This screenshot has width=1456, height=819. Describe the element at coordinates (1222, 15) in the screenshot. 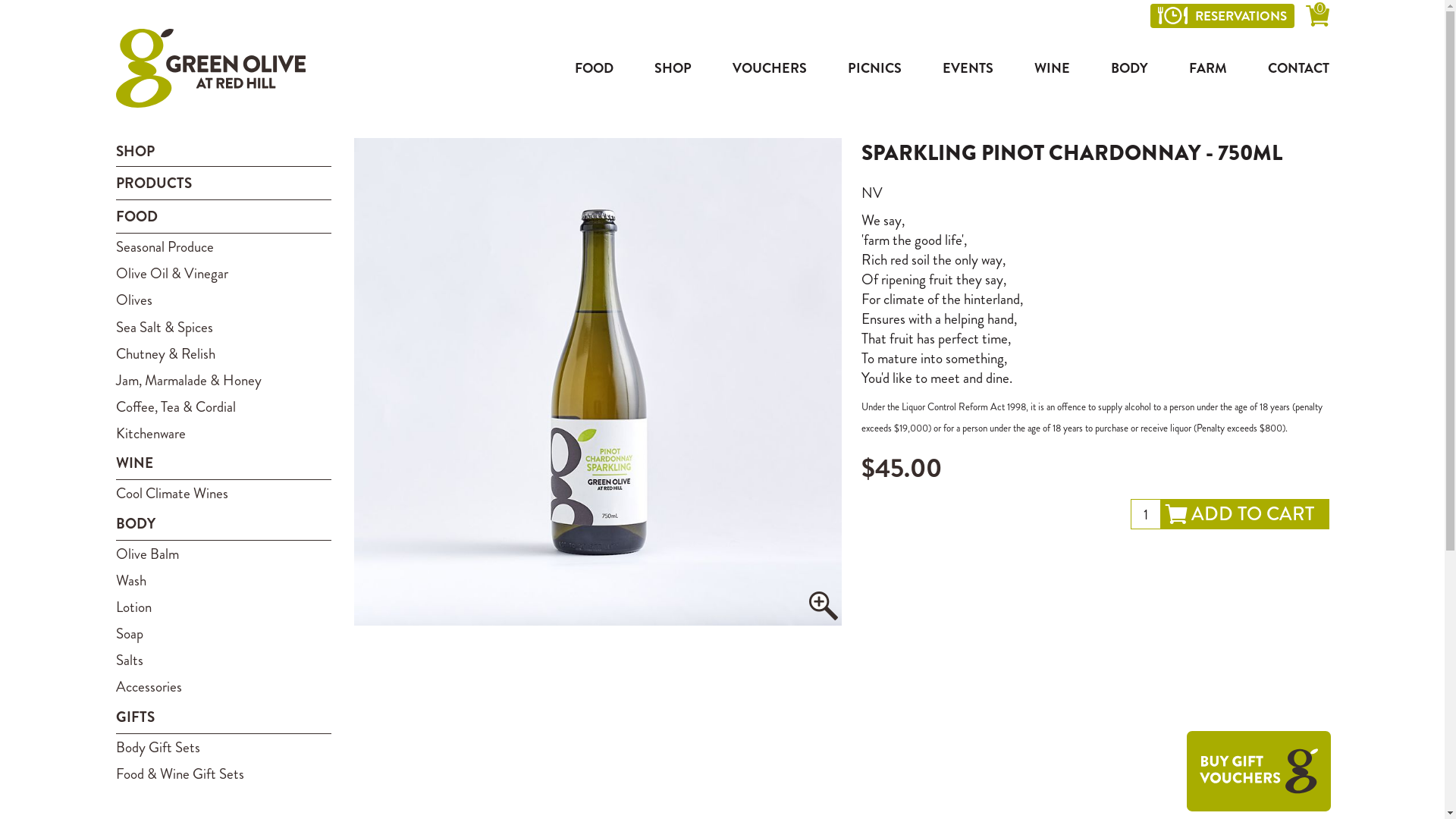

I see `'RESERVATIONS'` at that location.